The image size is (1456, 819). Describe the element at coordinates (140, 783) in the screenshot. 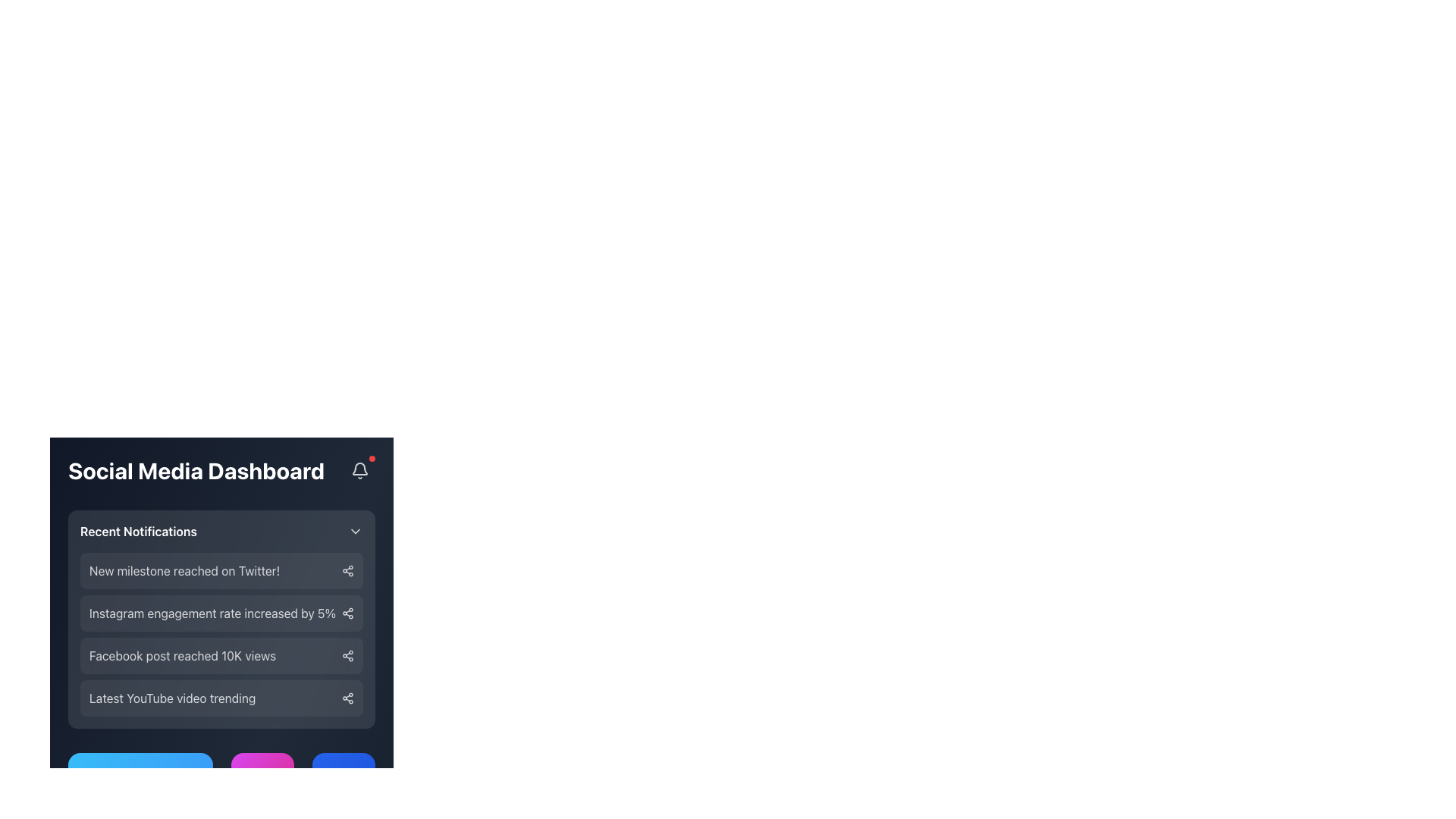

I see `the blue rectangular button located below the 'Recent Notifications' section of the social media dashboard` at that location.